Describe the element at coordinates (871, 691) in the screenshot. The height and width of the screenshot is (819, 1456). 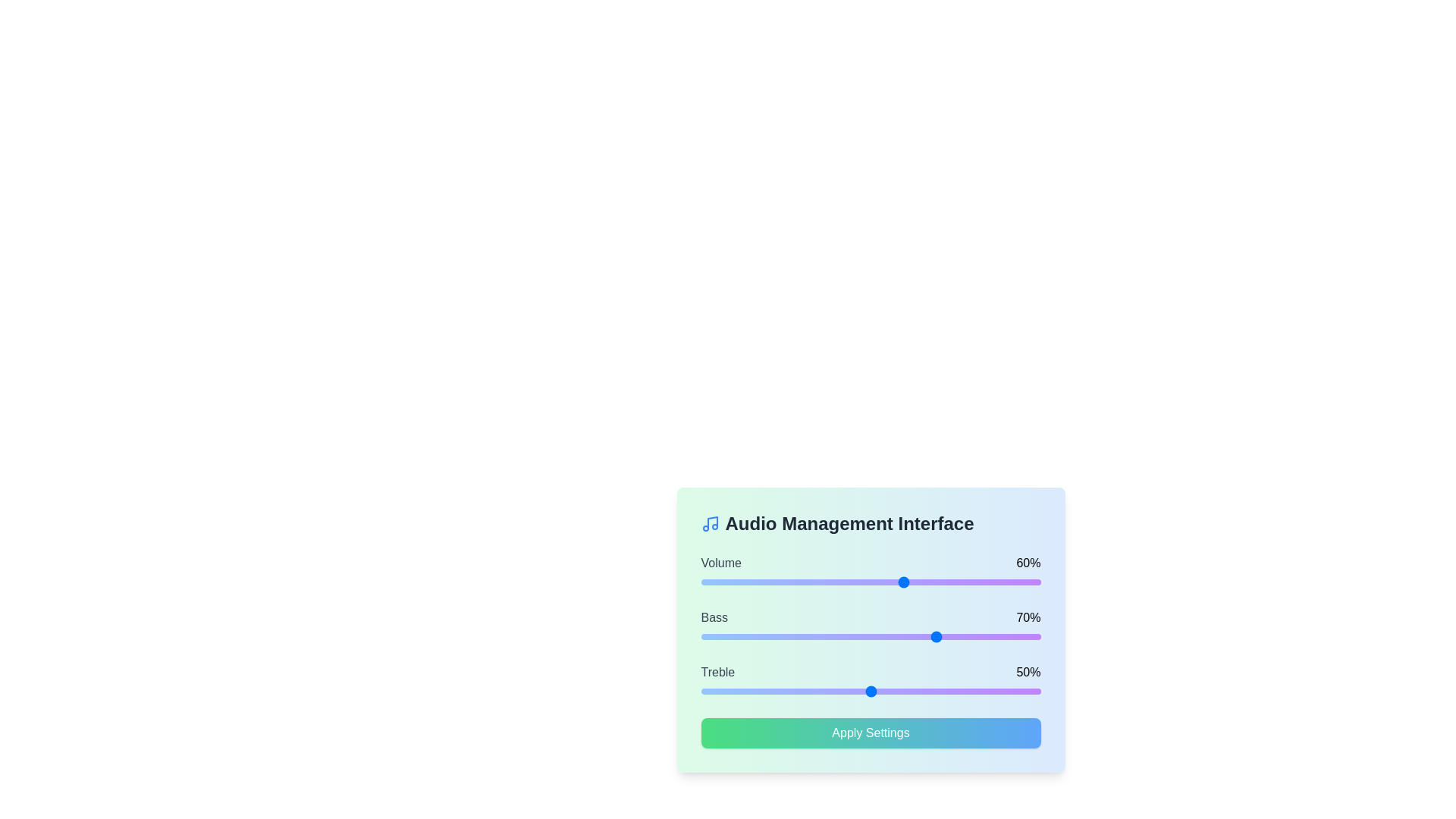
I see `the treble level` at that location.